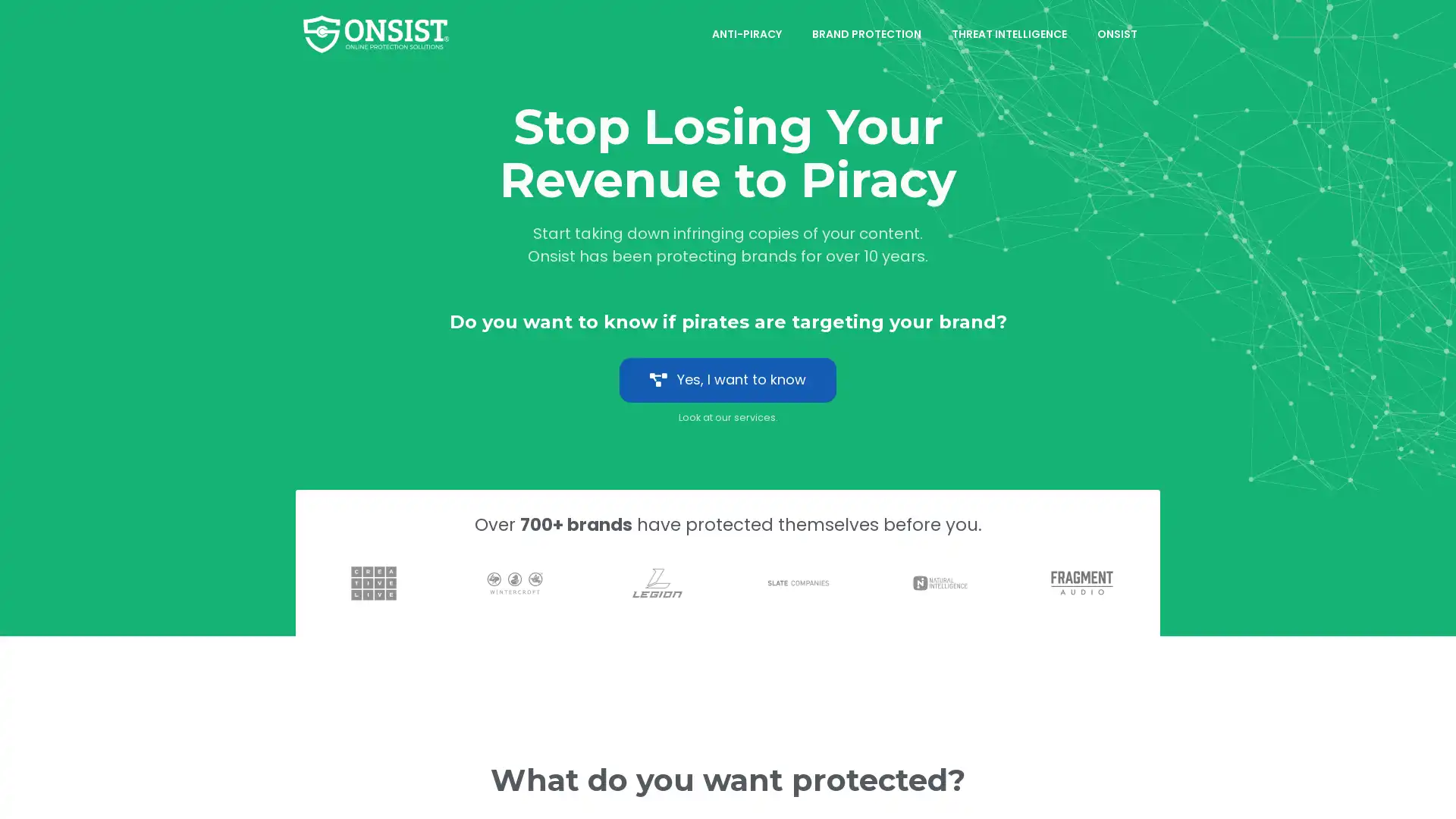  What do you see at coordinates (728, 378) in the screenshot?
I see `Yes, I want to know` at bounding box center [728, 378].